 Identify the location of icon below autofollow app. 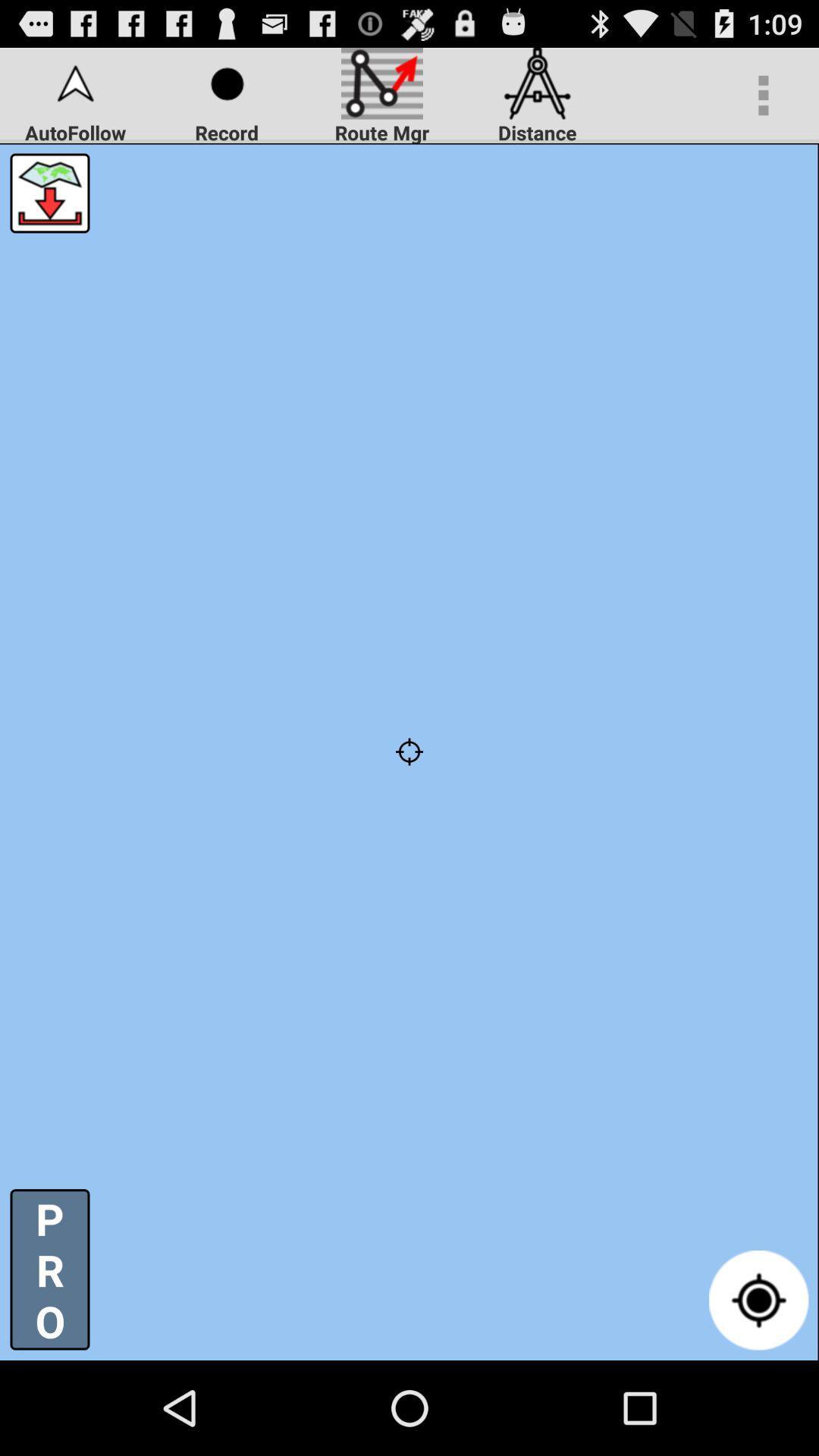
(409, 752).